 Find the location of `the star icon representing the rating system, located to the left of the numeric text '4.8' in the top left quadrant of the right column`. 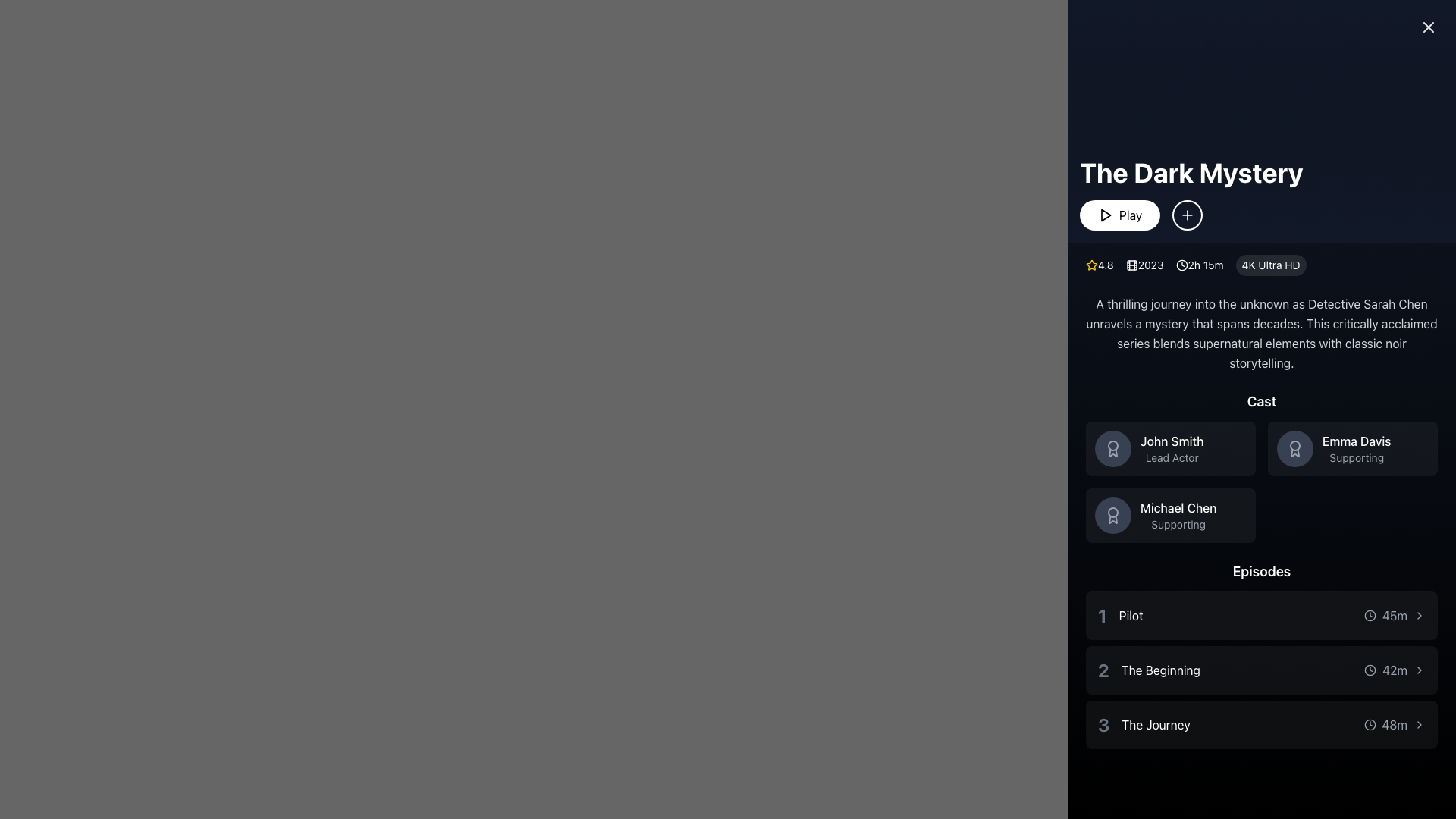

the star icon representing the rating system, located to the left of the numeric text '4.8' in the top left quadrant of the right column is located at coordinates (1092, 265).